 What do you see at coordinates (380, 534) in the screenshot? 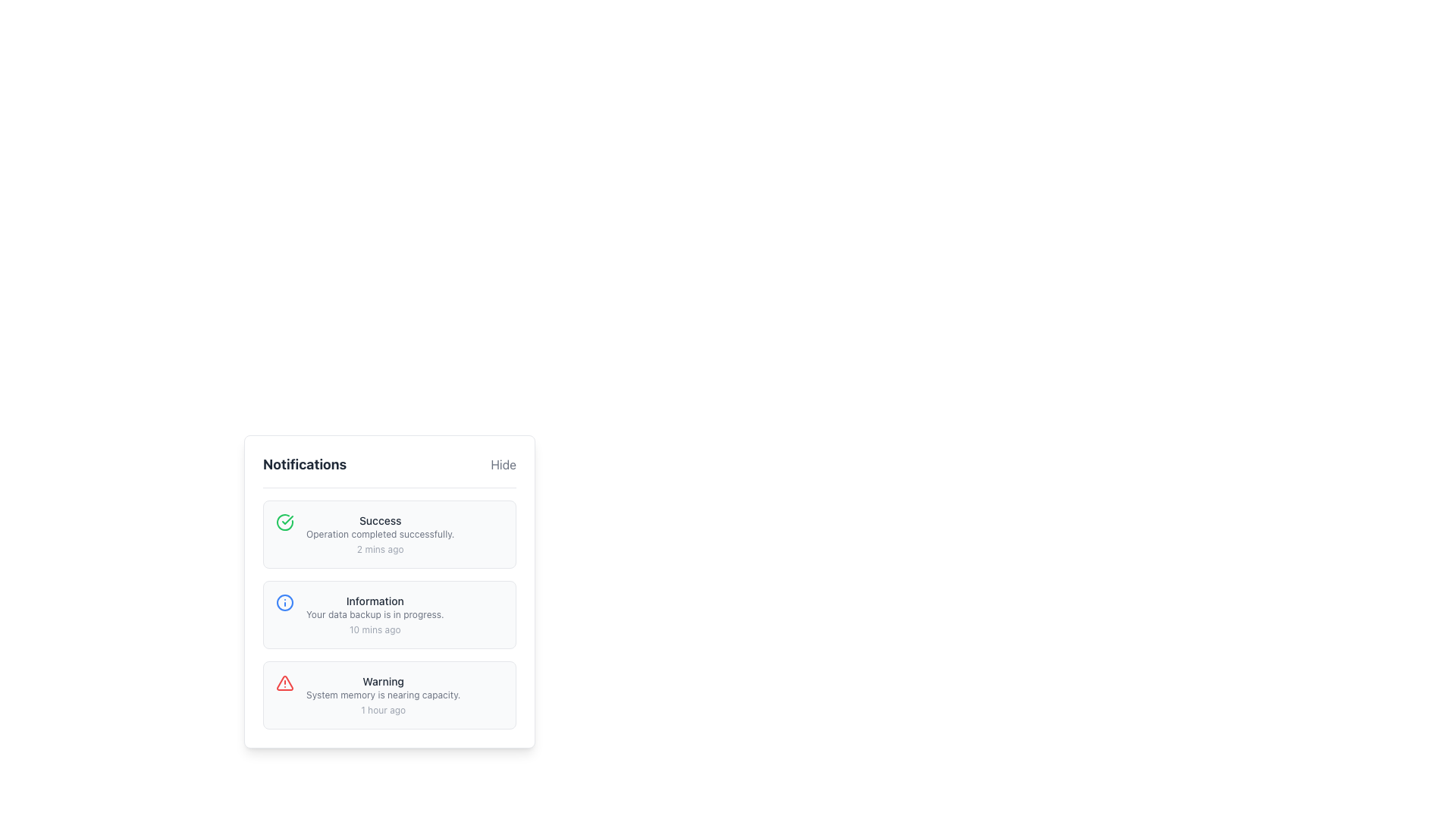
I see `the Text Label that provides details about the success notification located centrally within the notification card in the notifications panel` at bounding box center [380, 534].